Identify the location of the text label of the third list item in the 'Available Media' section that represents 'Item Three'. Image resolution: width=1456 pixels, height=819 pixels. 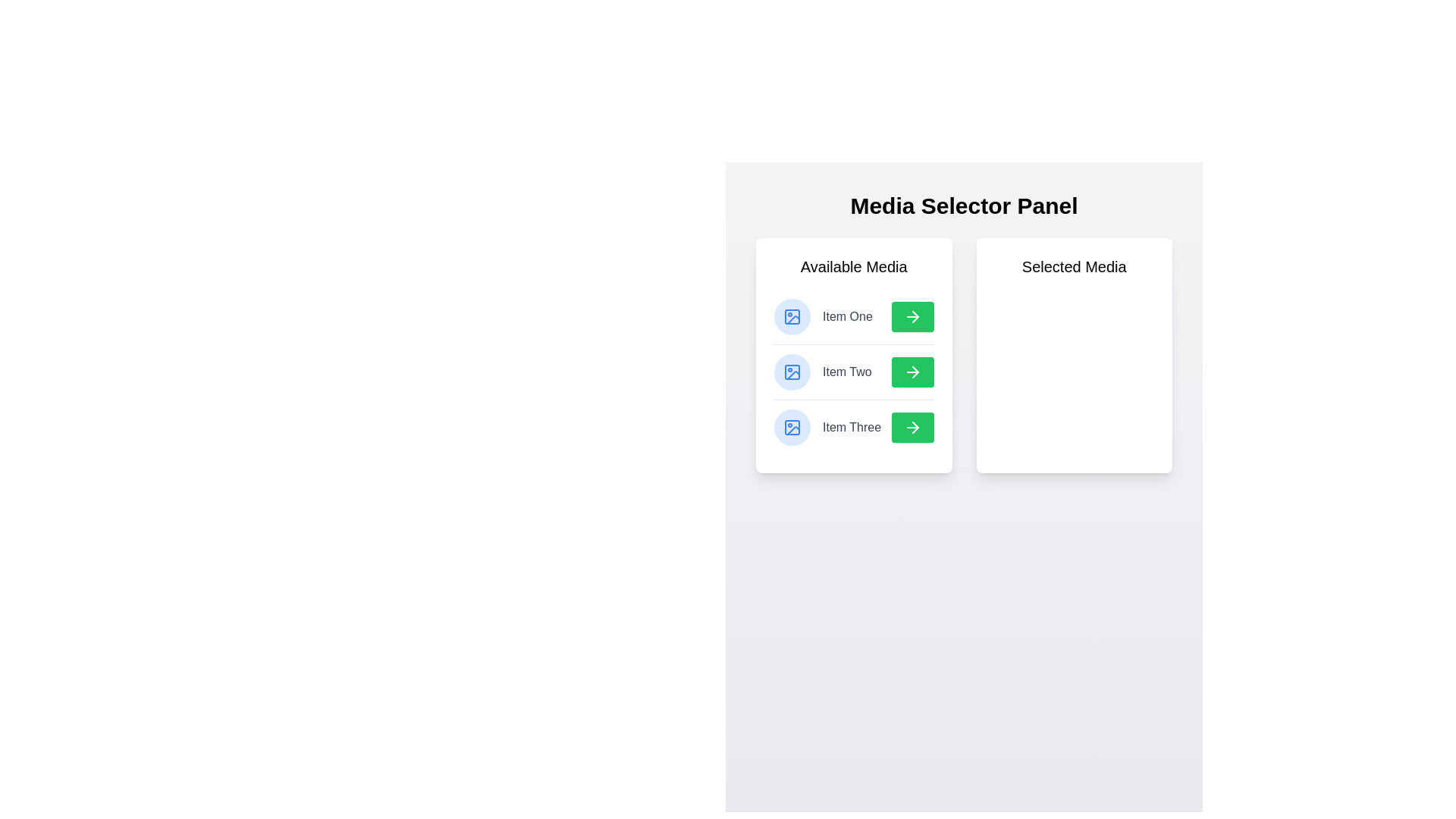
(854, 427).